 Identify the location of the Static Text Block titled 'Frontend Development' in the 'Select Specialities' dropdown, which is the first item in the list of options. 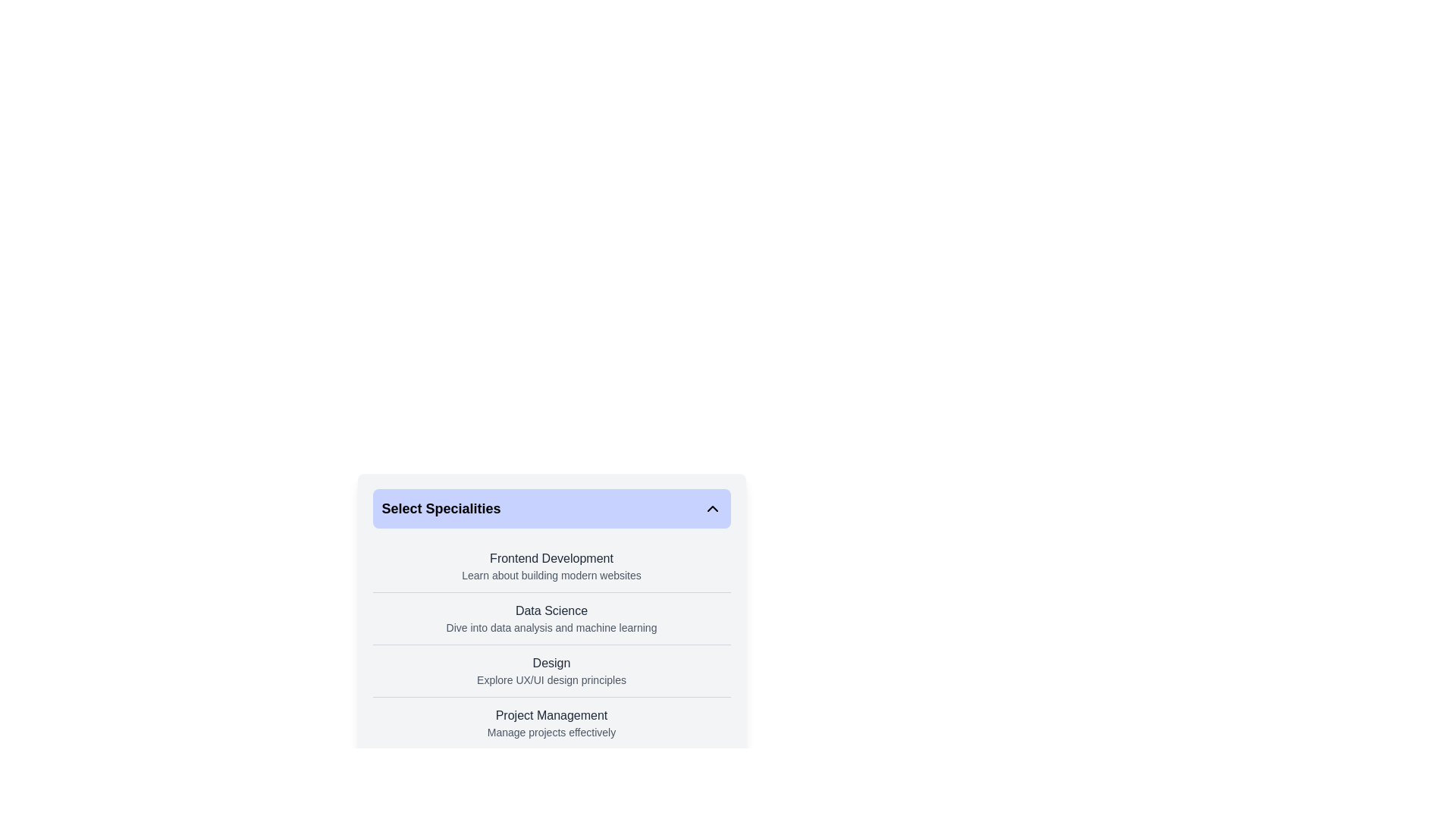
(551, 566).